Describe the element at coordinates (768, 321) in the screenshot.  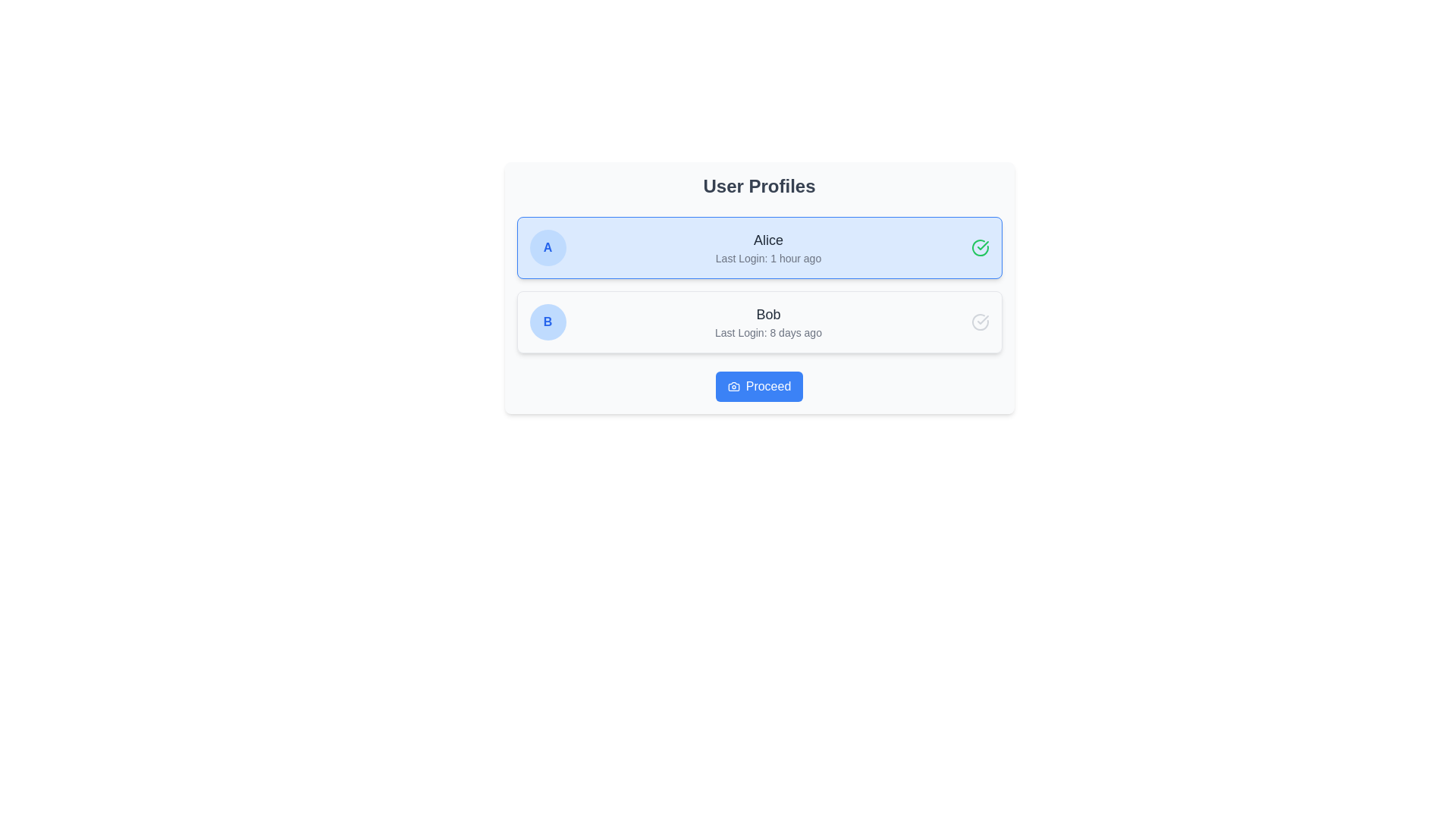
I see `the Text block displaying the user's name and last login time in the second profile card, located to the right of the blue circular icon with 'B' and below Alice's profile card` at that location.